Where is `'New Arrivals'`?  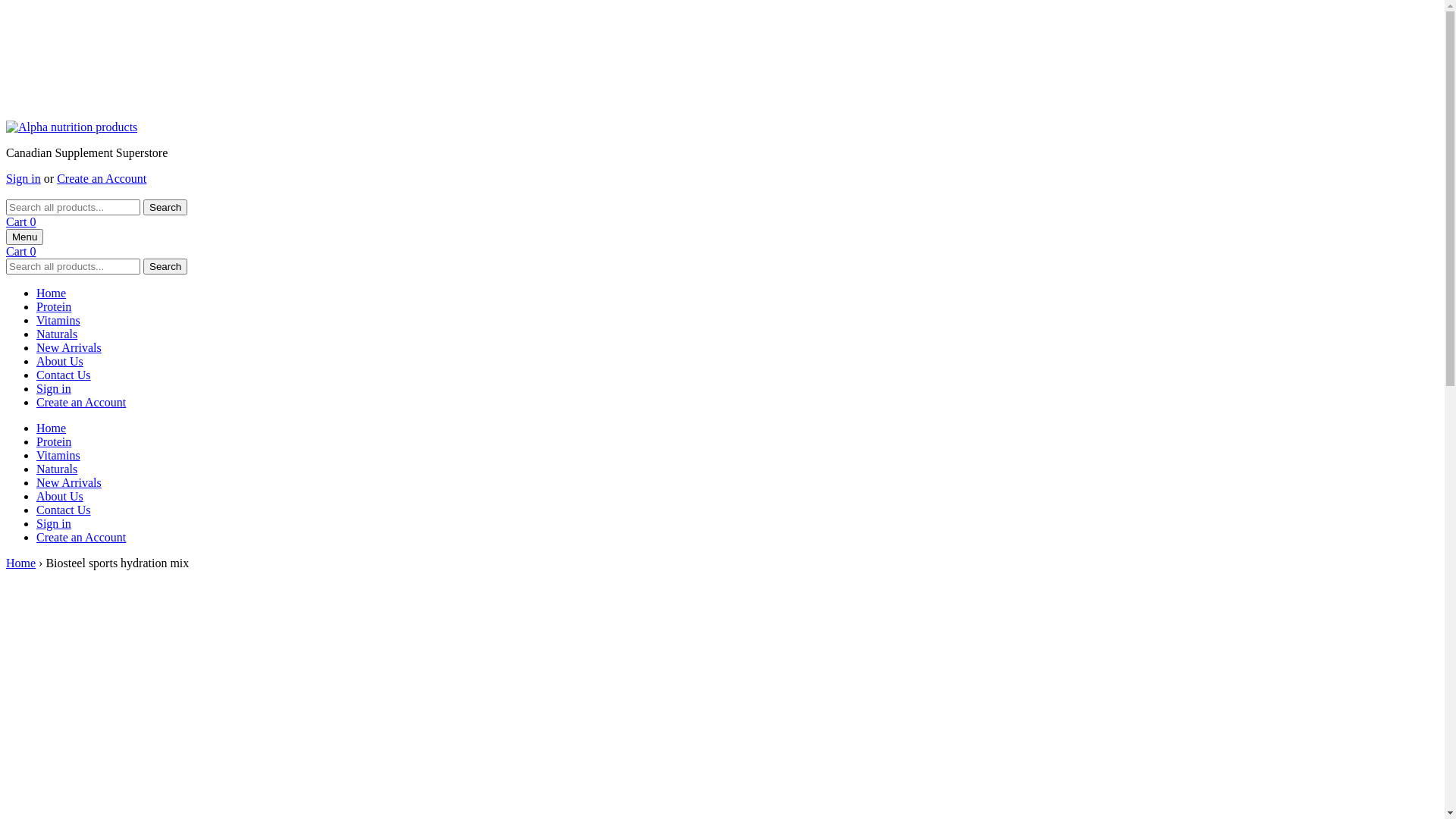 'New Arrivals' is located at coordinates (68, 482).